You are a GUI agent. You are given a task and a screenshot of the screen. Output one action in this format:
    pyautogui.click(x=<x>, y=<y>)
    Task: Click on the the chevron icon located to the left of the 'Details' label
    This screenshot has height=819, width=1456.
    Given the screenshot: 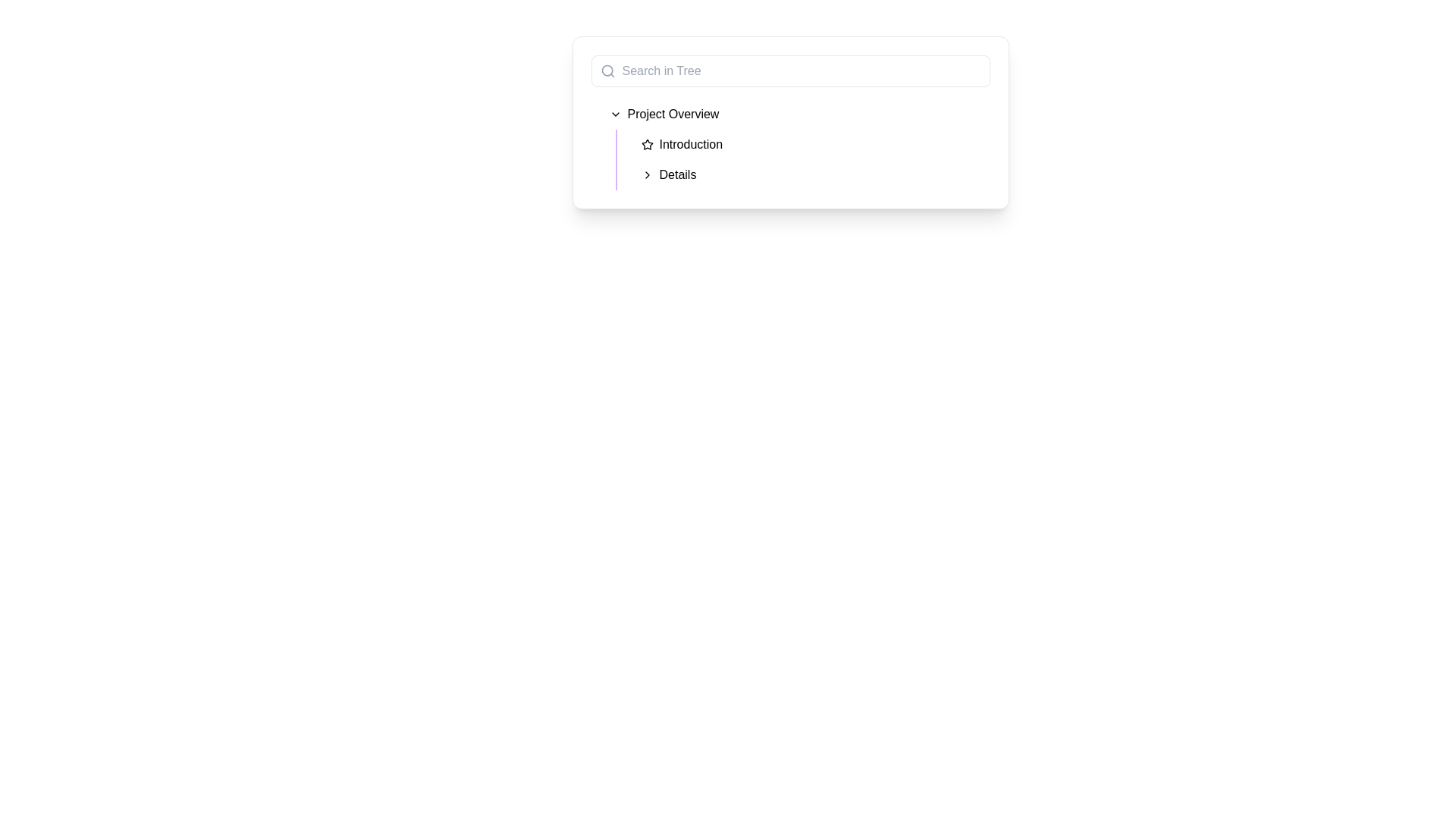 What is the action you would take?
    pyautogui.click(x=647, y=174)
    